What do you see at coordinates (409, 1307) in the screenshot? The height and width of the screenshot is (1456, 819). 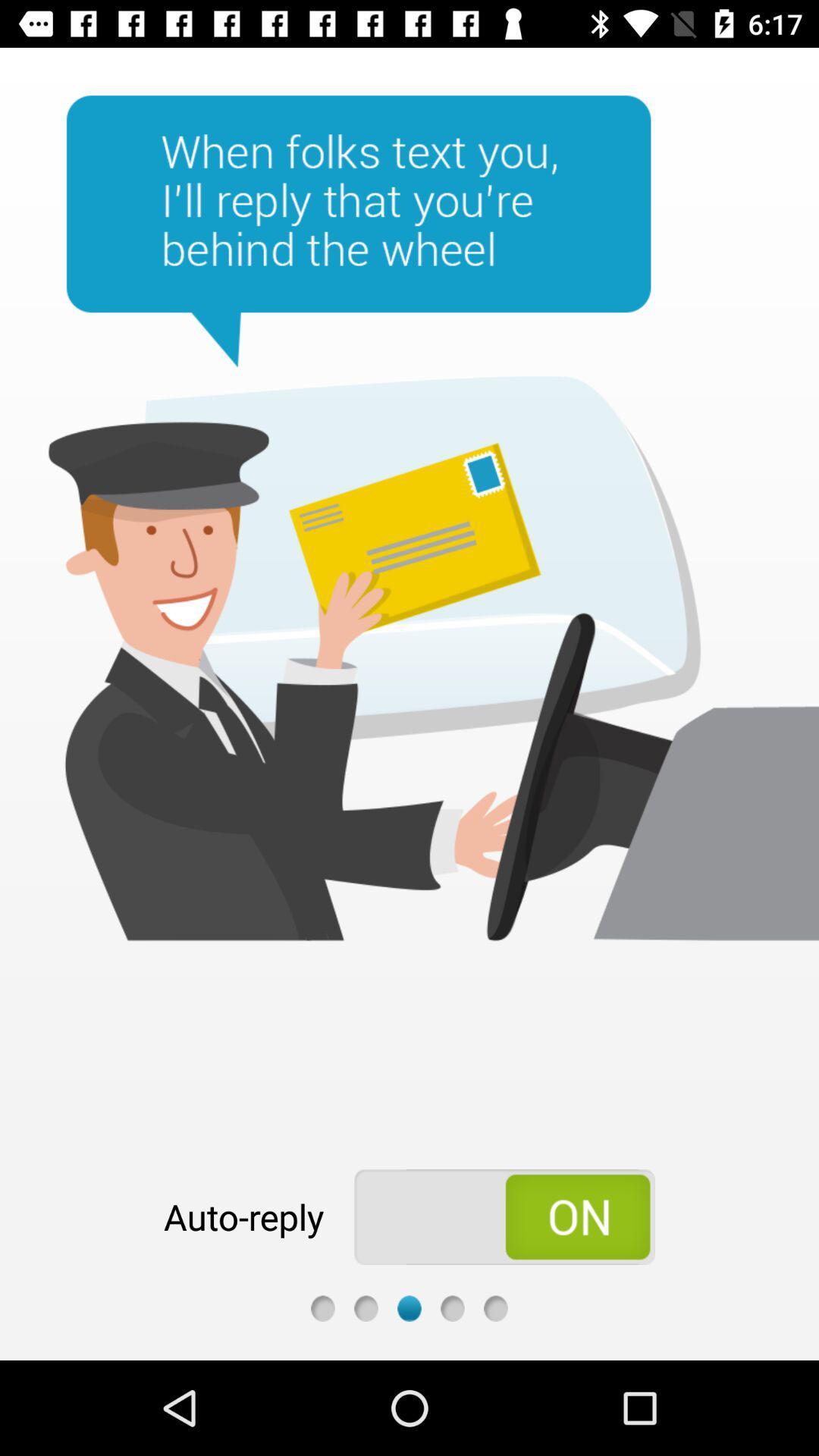 I see `next page` at bounding box center [409, 1307].